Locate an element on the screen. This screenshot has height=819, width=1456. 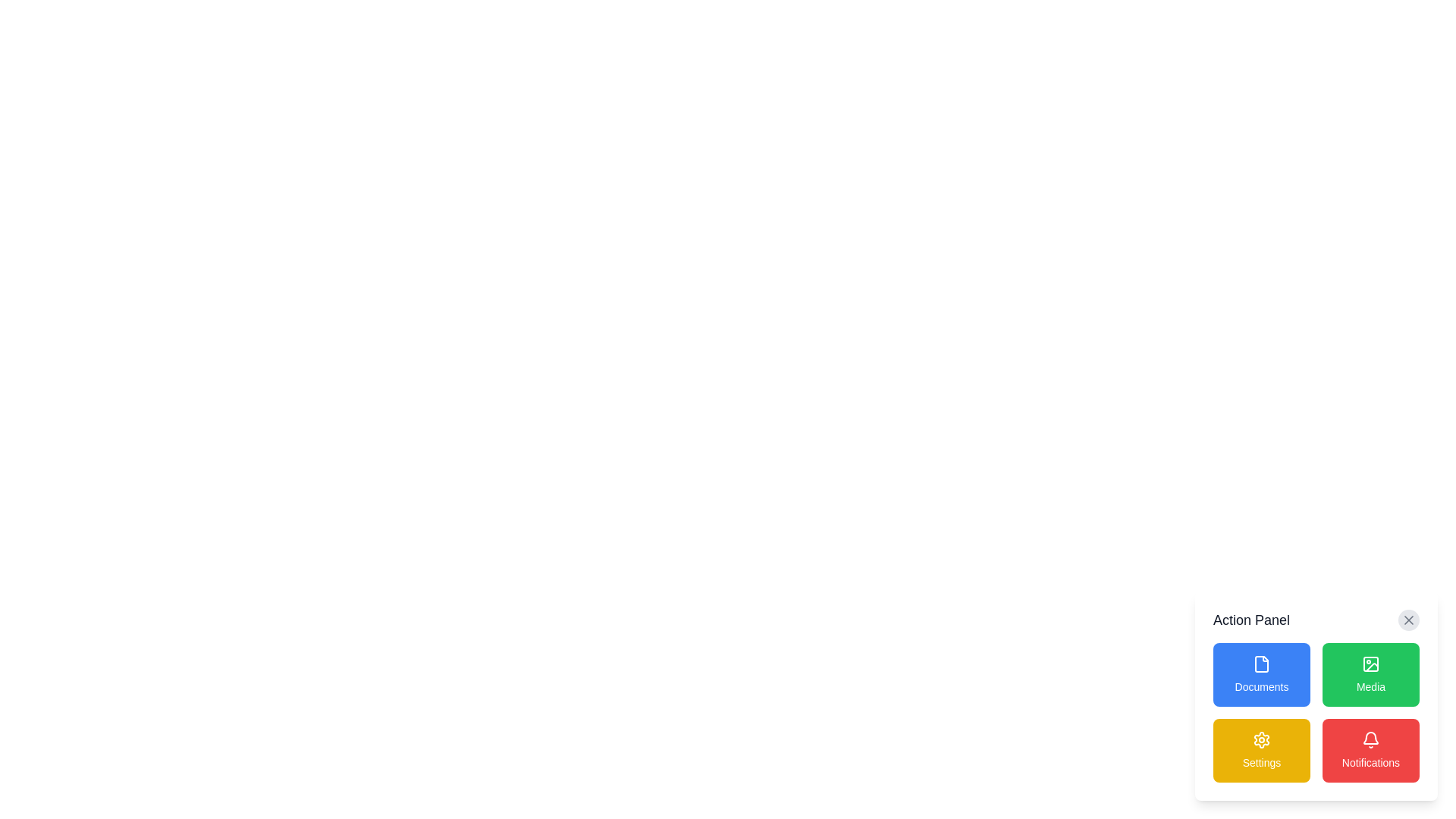
the close button (SVG icon) located at the top right corner of the 'Action Panel' to observe the hover style change is located at coordinates (1407, 620).